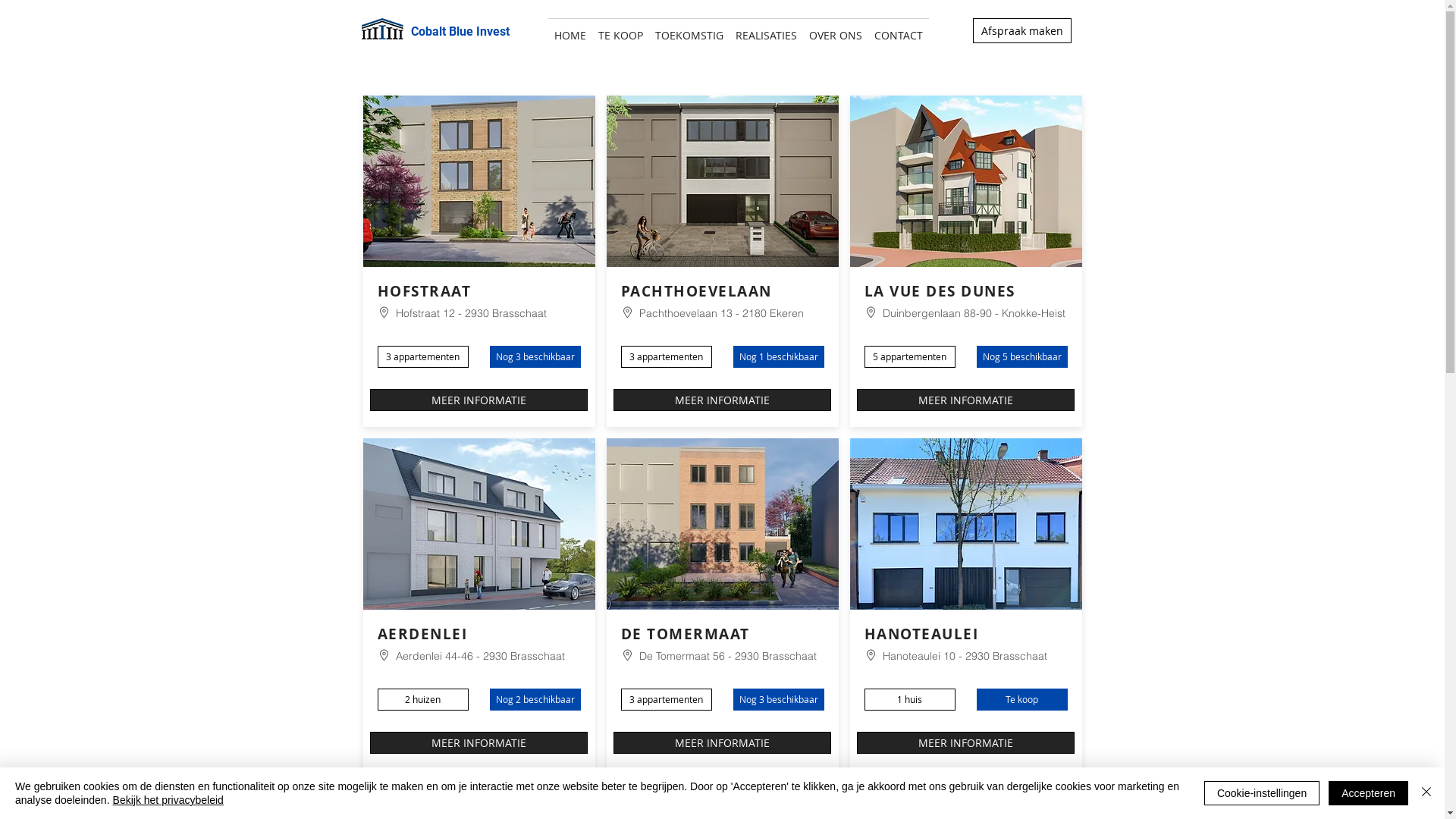  What do you see at coordinates (422, 699) in the screenshot?
I see `'2 huizen'` at bounding box center [422, 699].